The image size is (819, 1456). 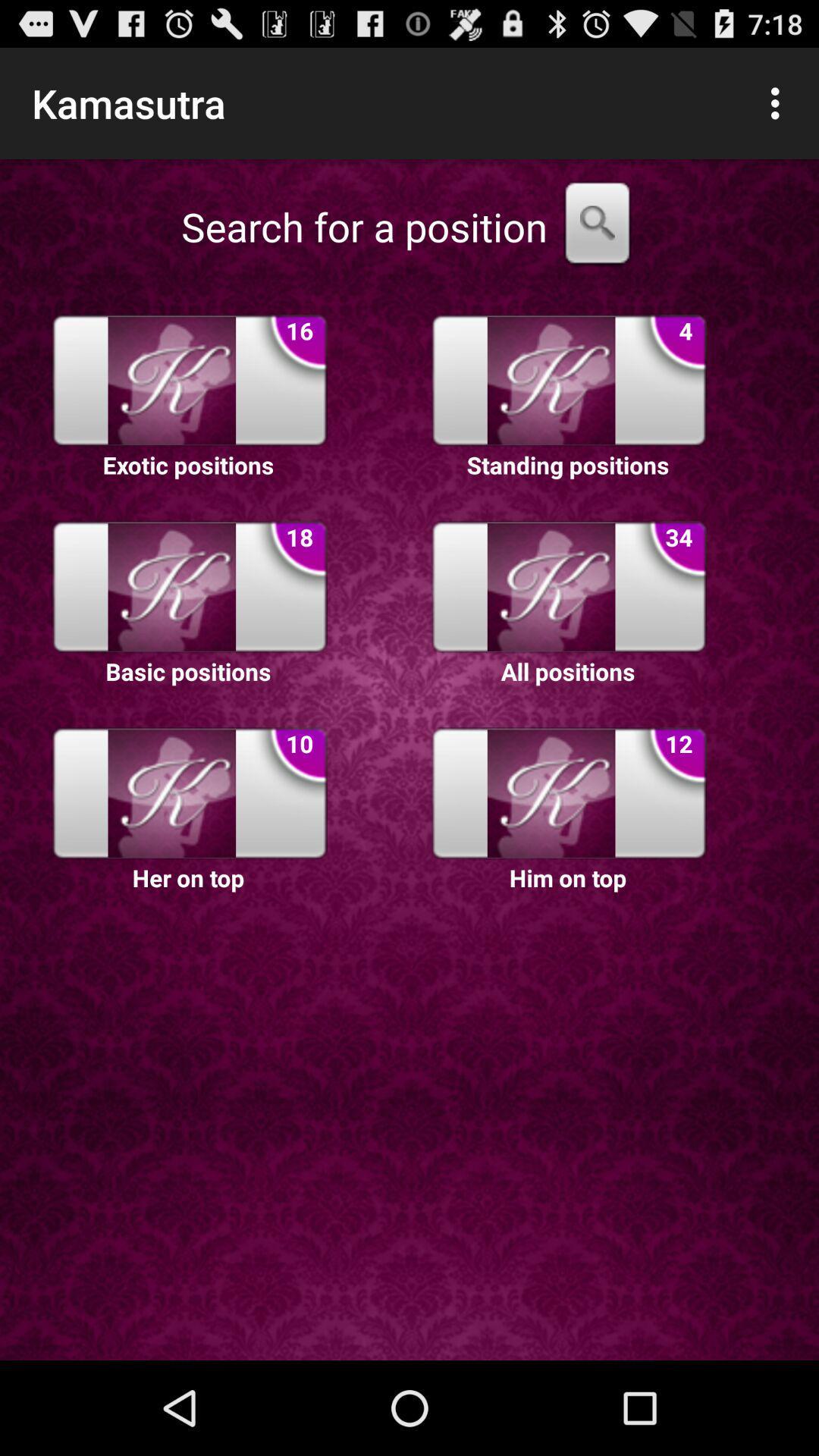 I want to click on the item to the right of kamasutra icon, so click(x=779, y=102).